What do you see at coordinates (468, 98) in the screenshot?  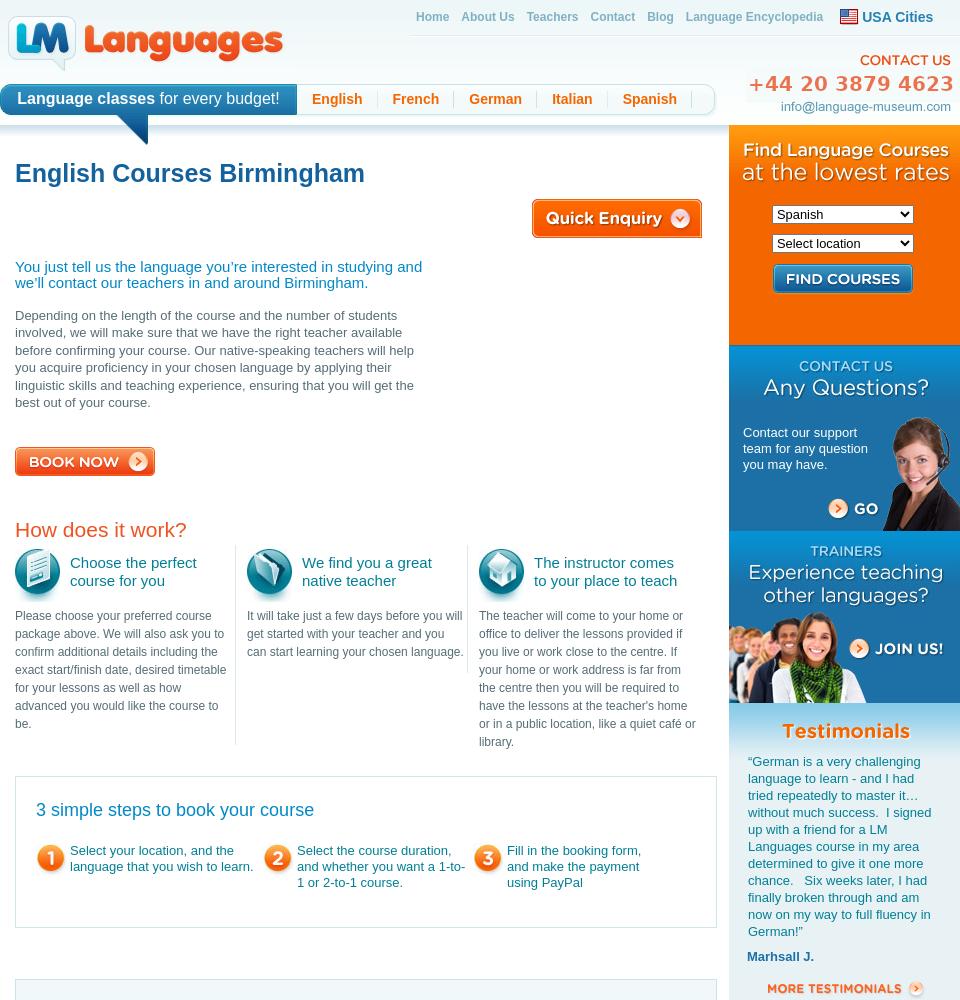 I see `'German'` at bounding box center [468, 98].